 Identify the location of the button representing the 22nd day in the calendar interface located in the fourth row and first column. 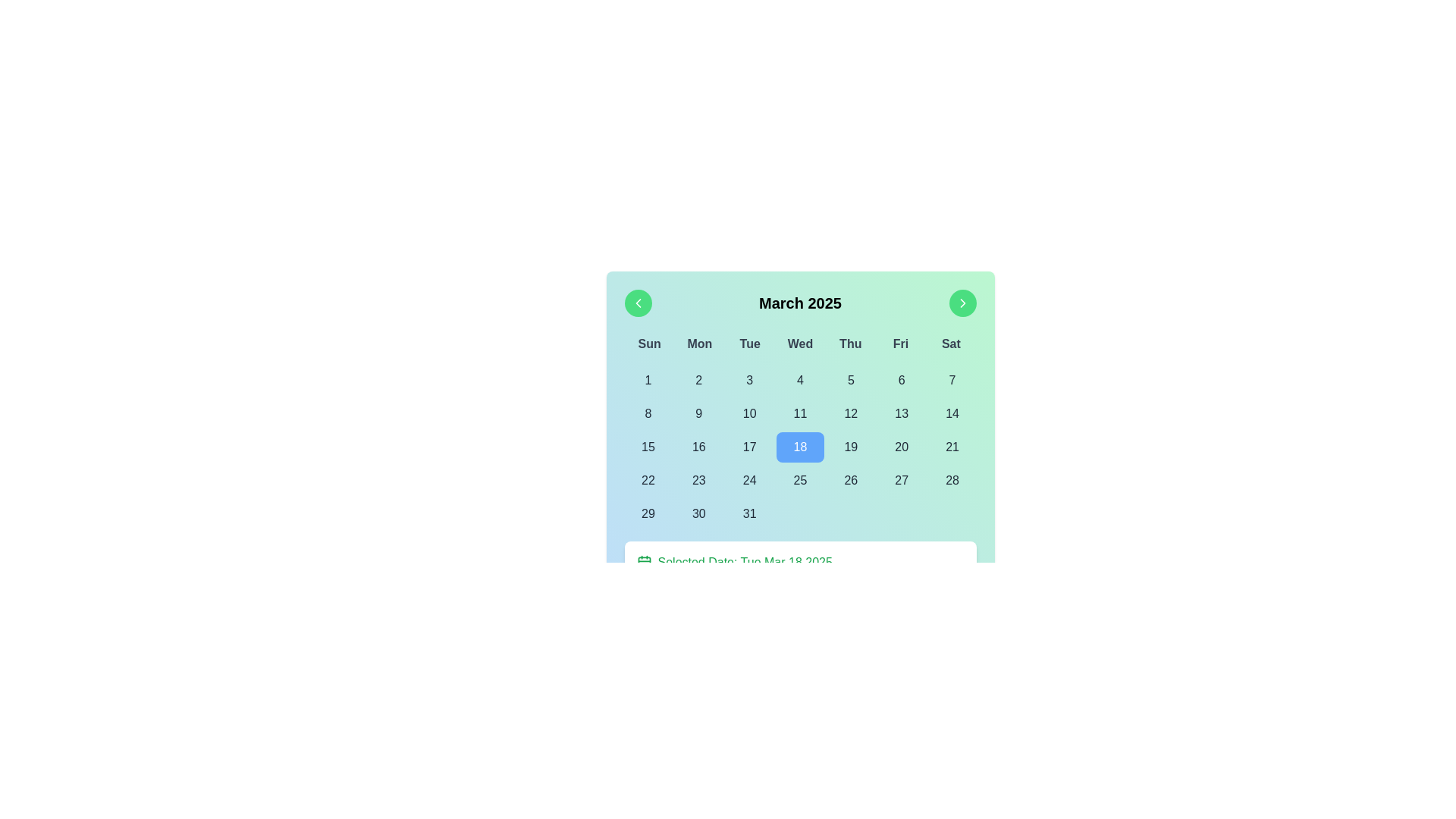
(648, 480).